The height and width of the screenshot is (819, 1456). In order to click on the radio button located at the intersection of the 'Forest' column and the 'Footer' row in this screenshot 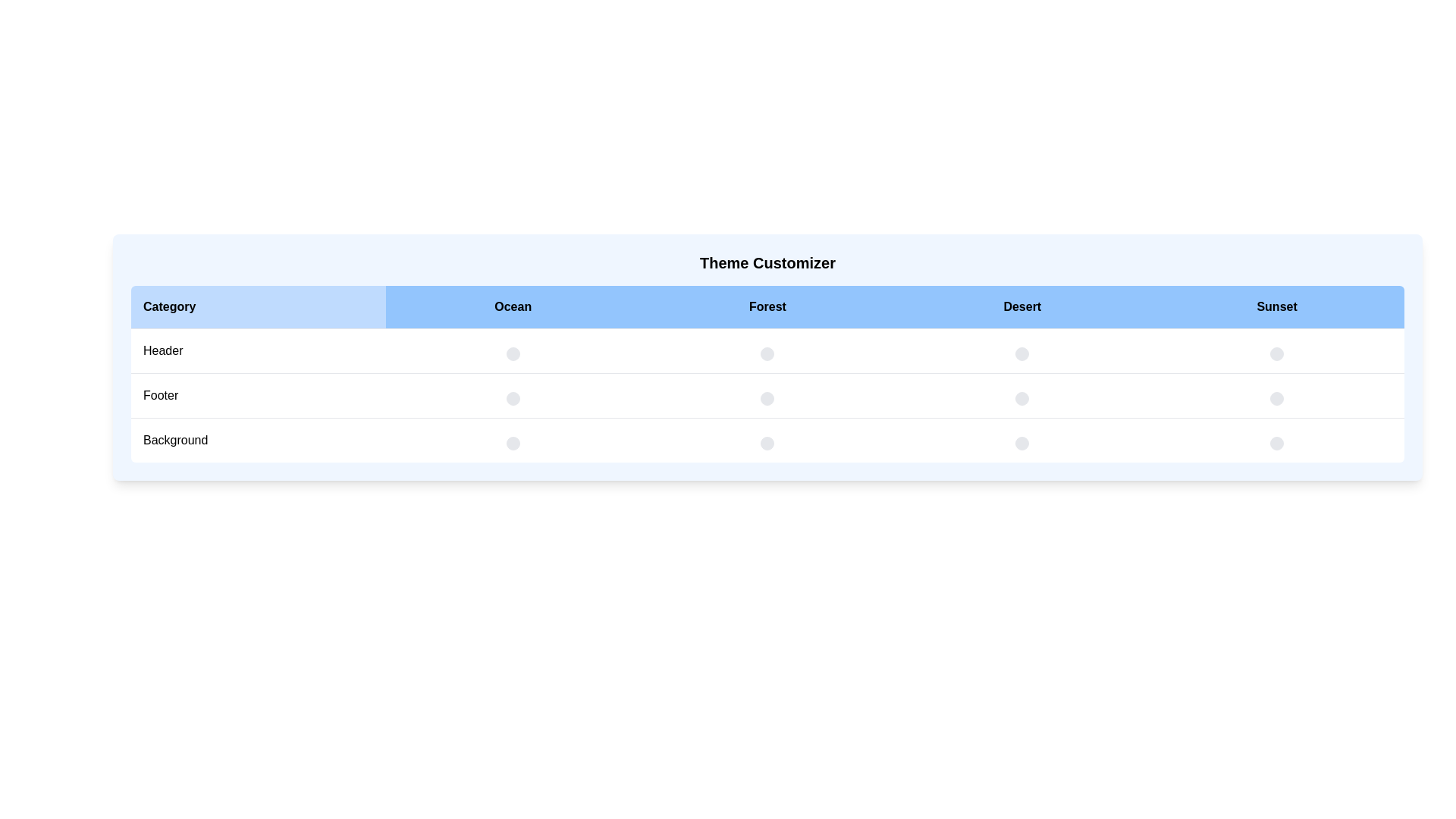, I will do `click(767, 397)`.